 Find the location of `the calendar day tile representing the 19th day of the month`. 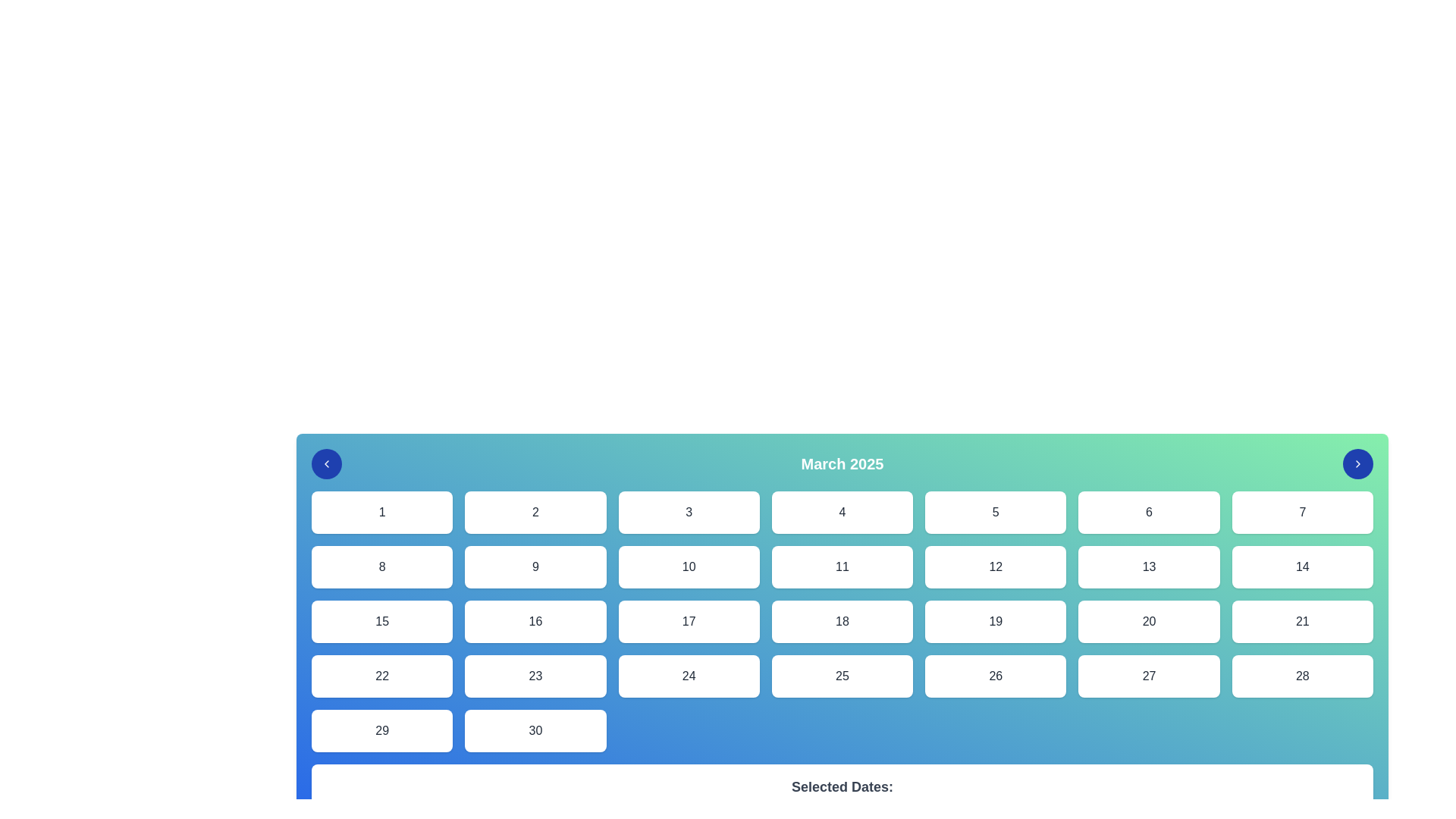

the calendar day tile representing the 19th day of the month is located at coordinates (996, 622).